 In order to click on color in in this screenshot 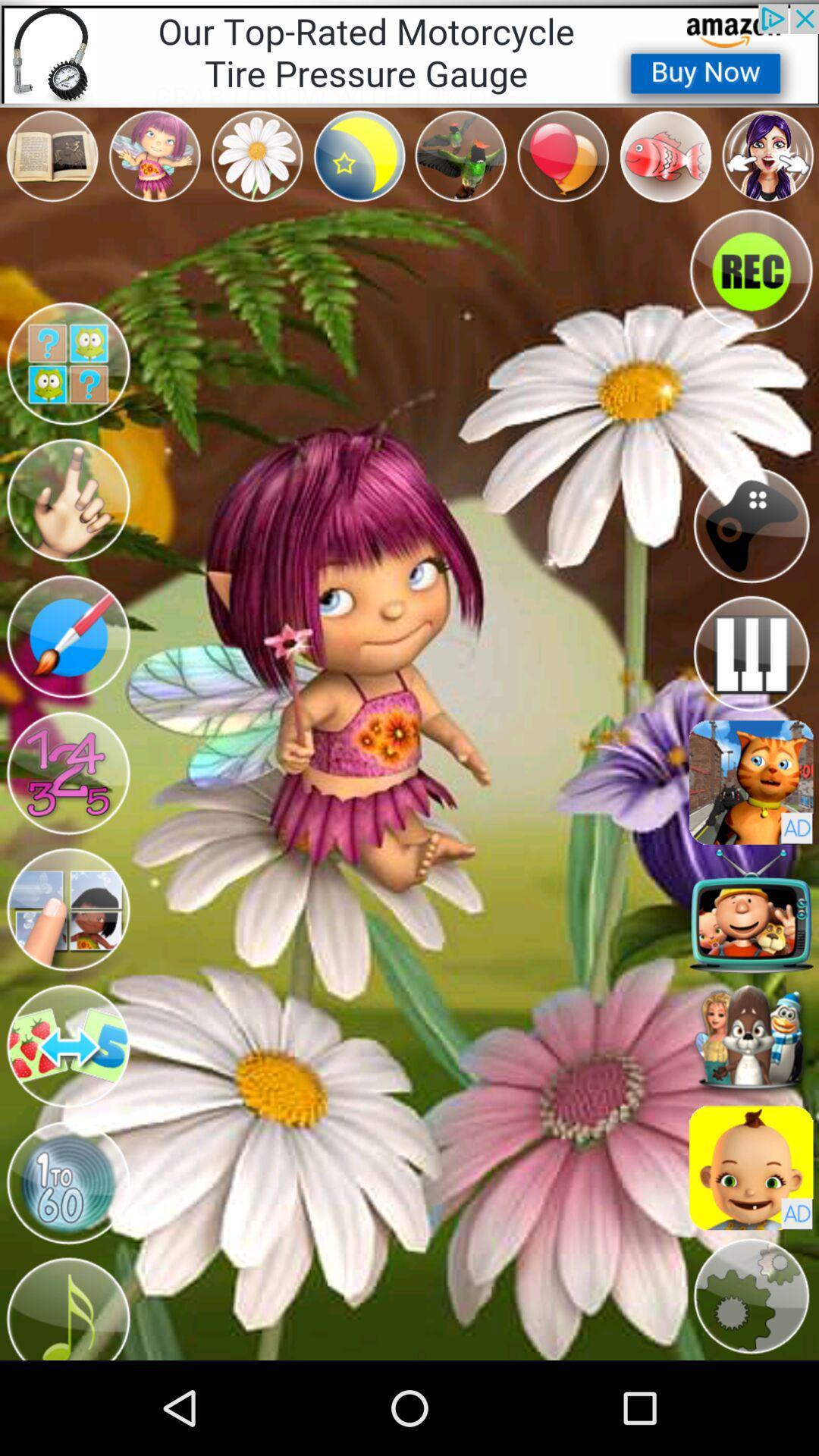, I will do `click(67, 500)`.